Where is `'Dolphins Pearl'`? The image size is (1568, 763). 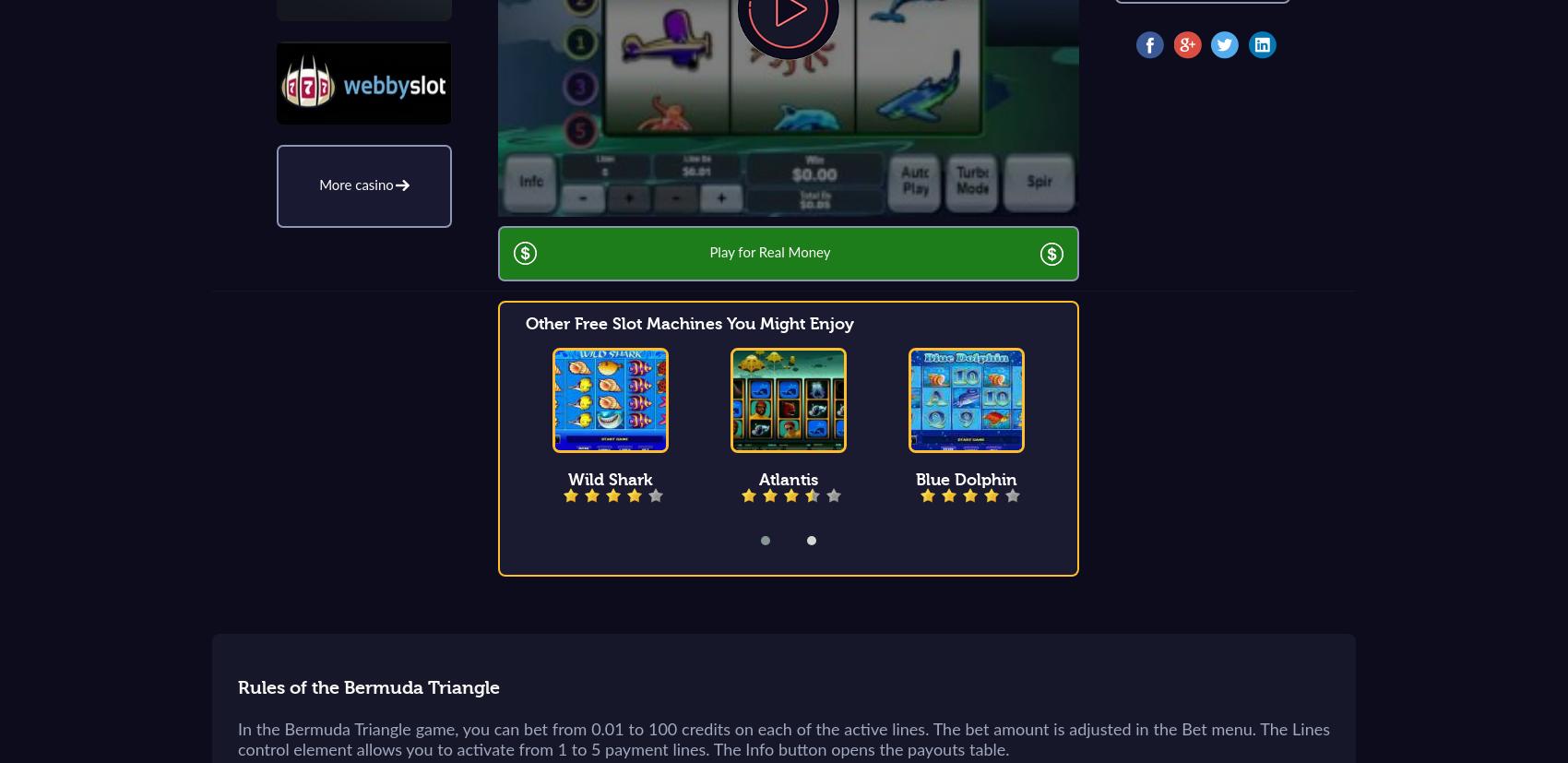 'Dolphins Pearl' is located at coordinates (1321, 480).